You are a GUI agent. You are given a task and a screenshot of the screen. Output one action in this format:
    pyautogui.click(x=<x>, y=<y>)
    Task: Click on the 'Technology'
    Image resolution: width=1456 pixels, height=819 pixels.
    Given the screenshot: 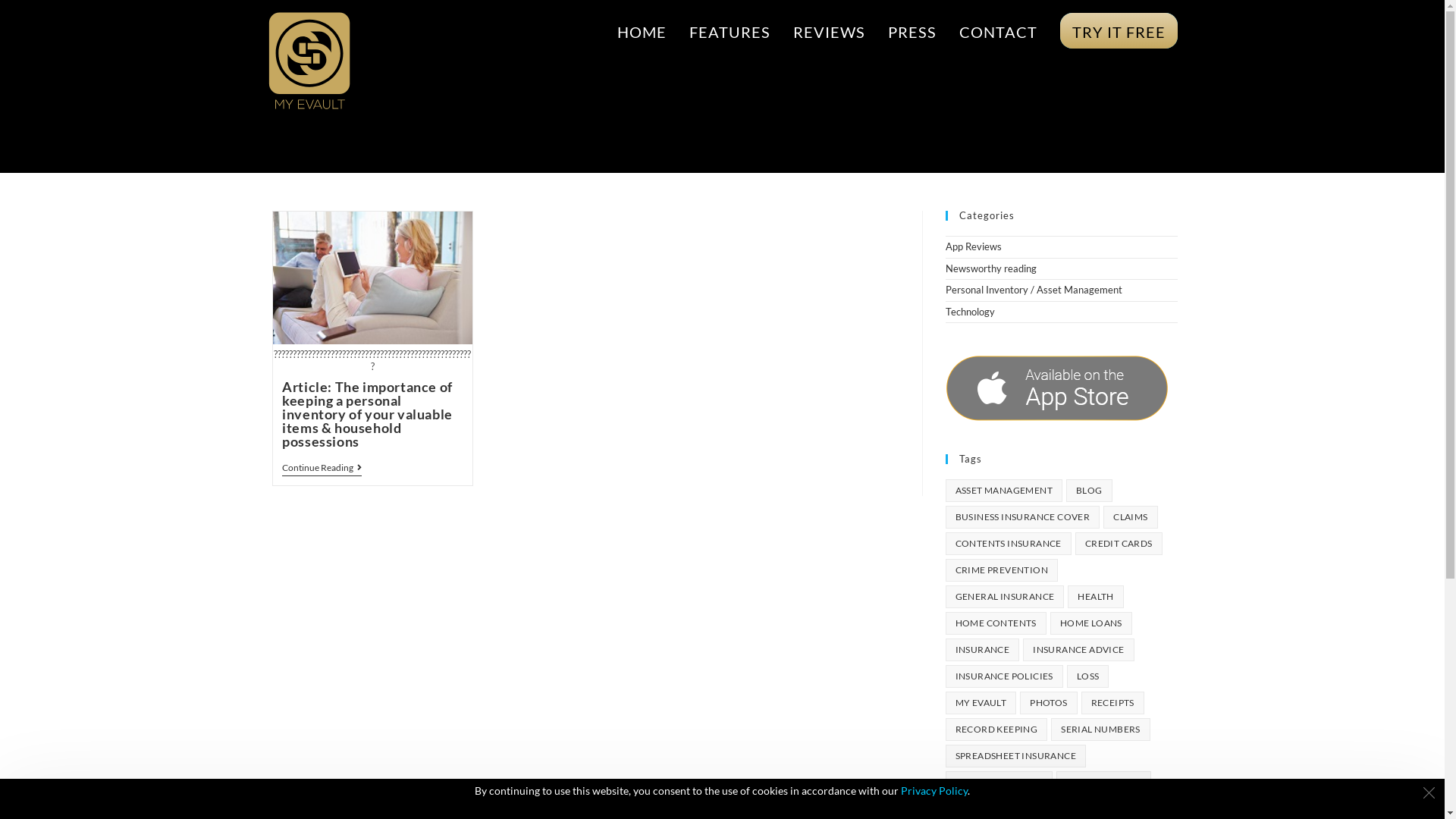 What is the action you would take?
    pyautogui.click(x=968, y=311)
    